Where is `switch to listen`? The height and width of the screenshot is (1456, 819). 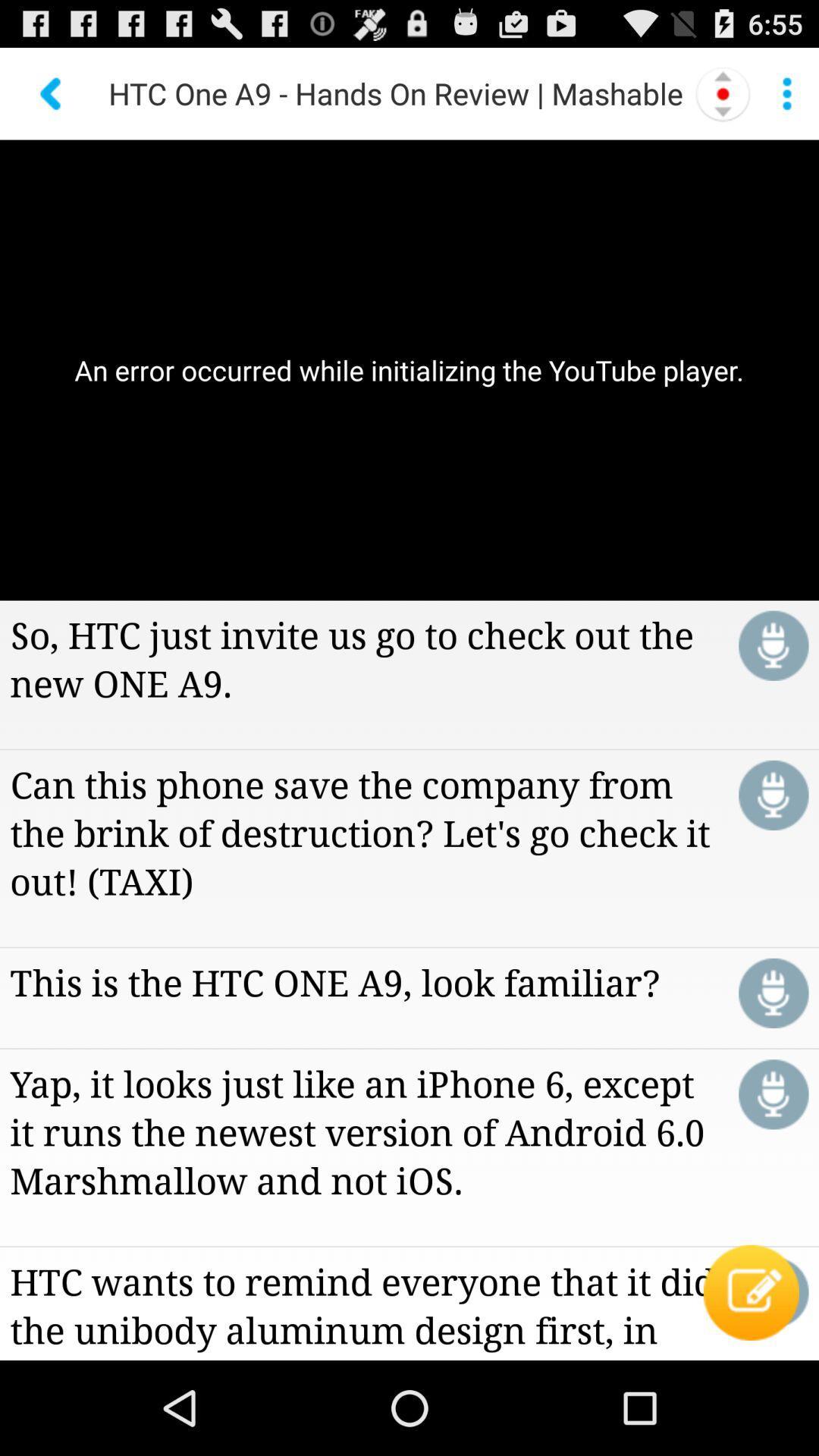
switch to listen is located at coordinates (773, 993).